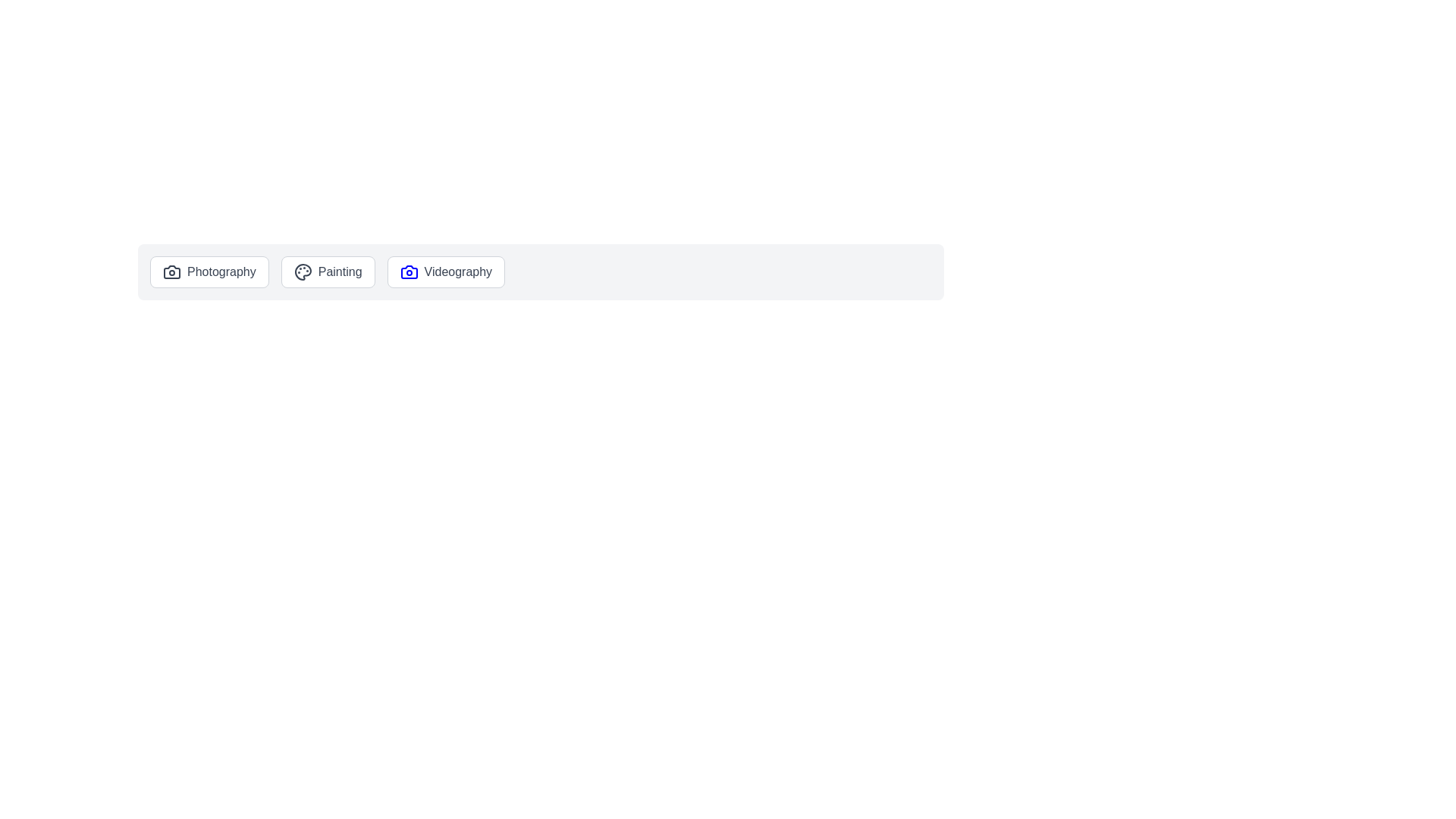 This screenshot has width=1456, height=819. I want to click on the chip labeled Photography to observe its hover effects, so click(208, 271).